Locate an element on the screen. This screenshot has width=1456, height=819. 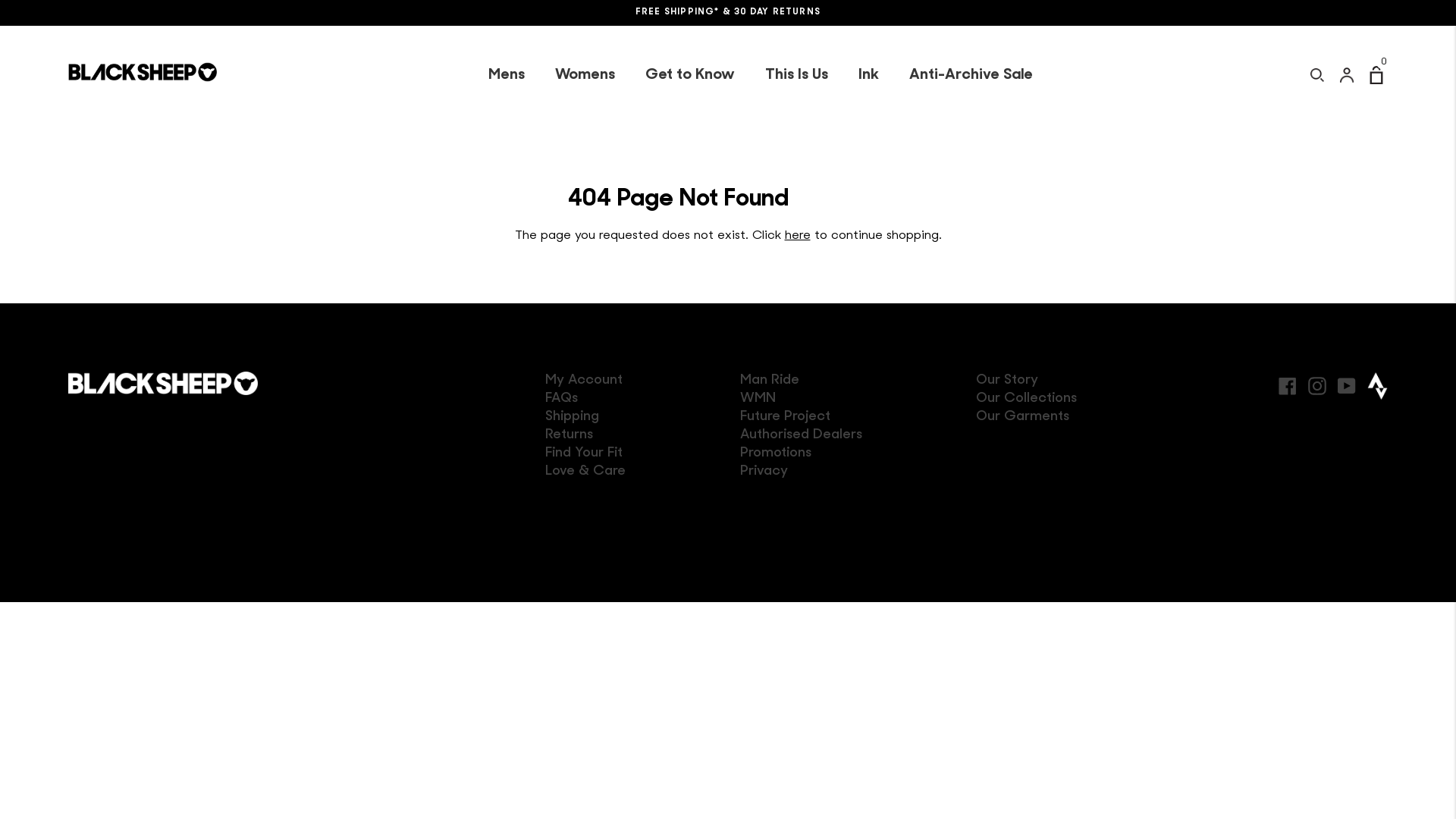
'Find Your Fit' is located at coordinates (545, 452).